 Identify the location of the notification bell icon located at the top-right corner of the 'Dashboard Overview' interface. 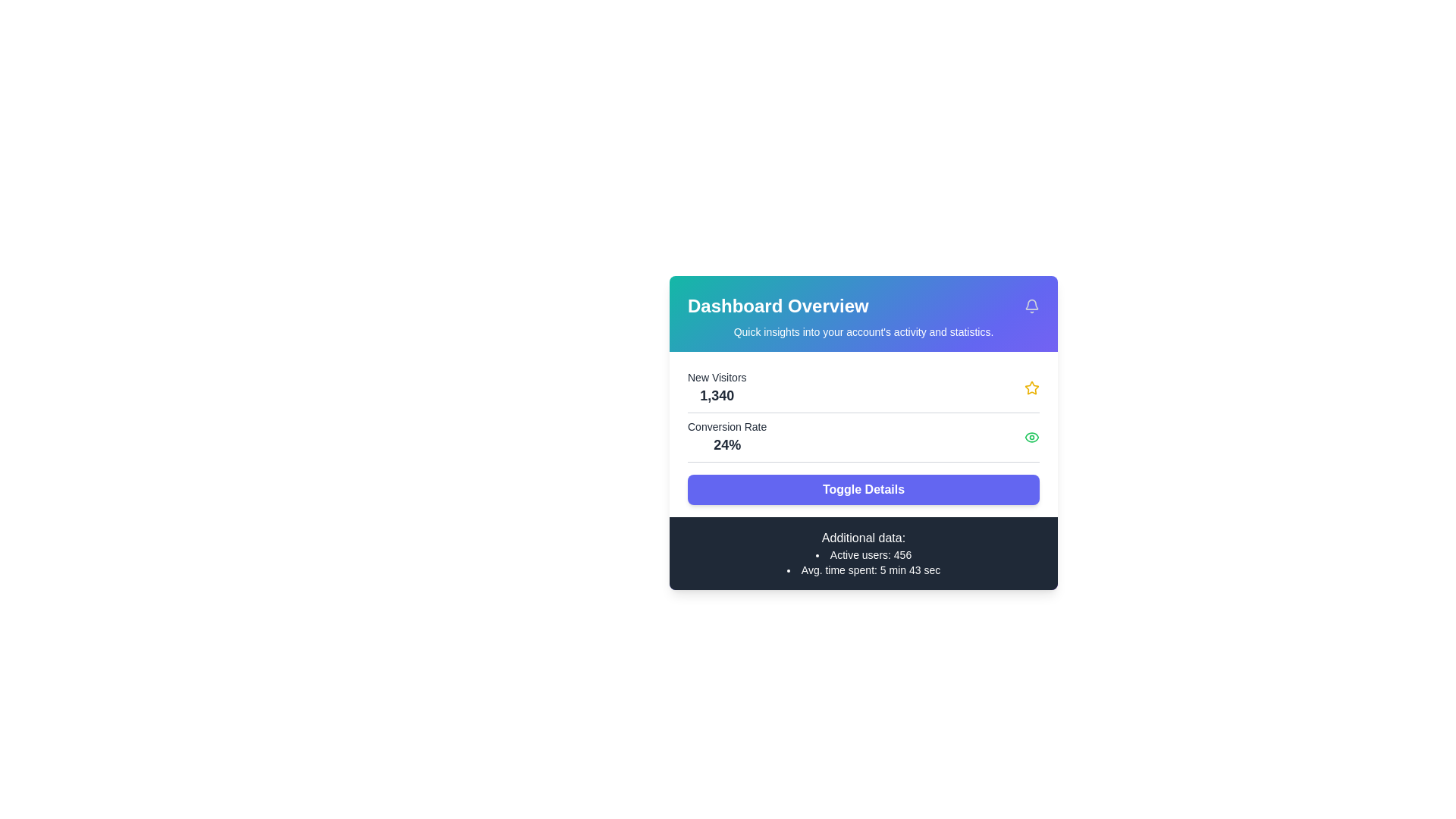
(1031, 306).